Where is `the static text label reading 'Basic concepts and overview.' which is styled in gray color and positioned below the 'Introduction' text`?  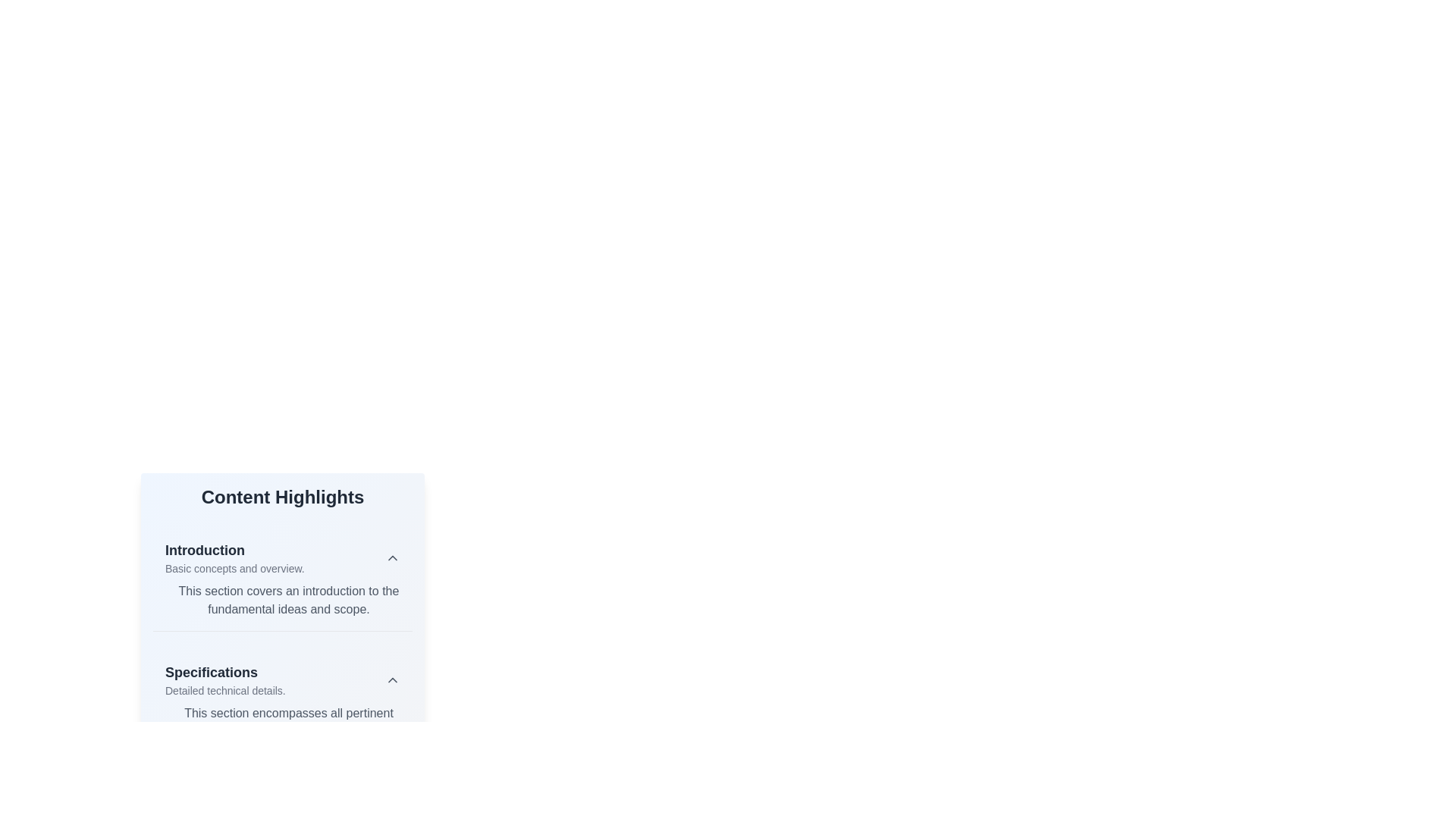 the static text label reading 'Basic concepts and overview.' which is styled in gray color and positioned below the 'Introduction' text is located at coordinates (234, 568).